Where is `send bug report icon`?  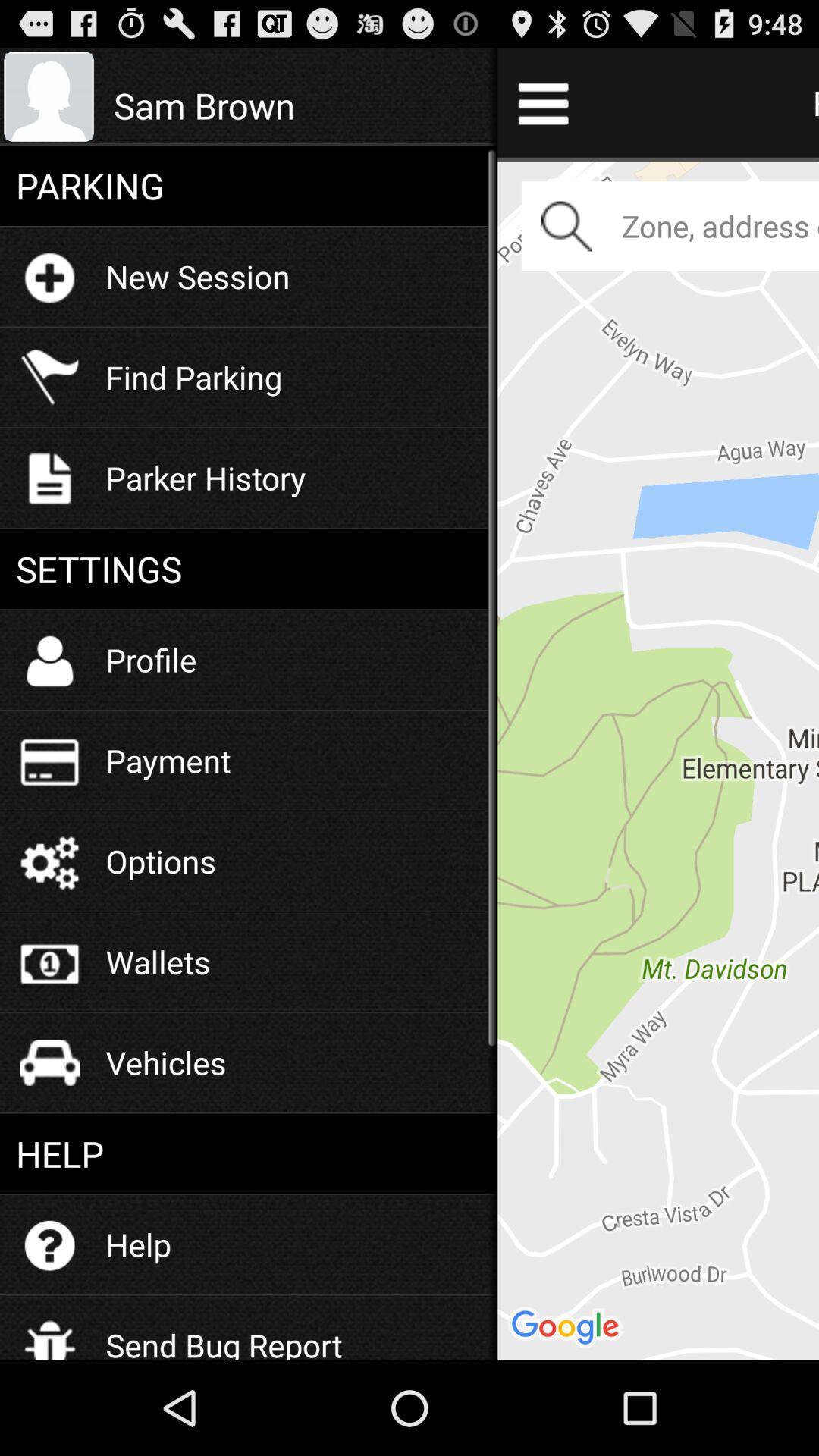
send bug report icon is located at coordinates (224, 1333).